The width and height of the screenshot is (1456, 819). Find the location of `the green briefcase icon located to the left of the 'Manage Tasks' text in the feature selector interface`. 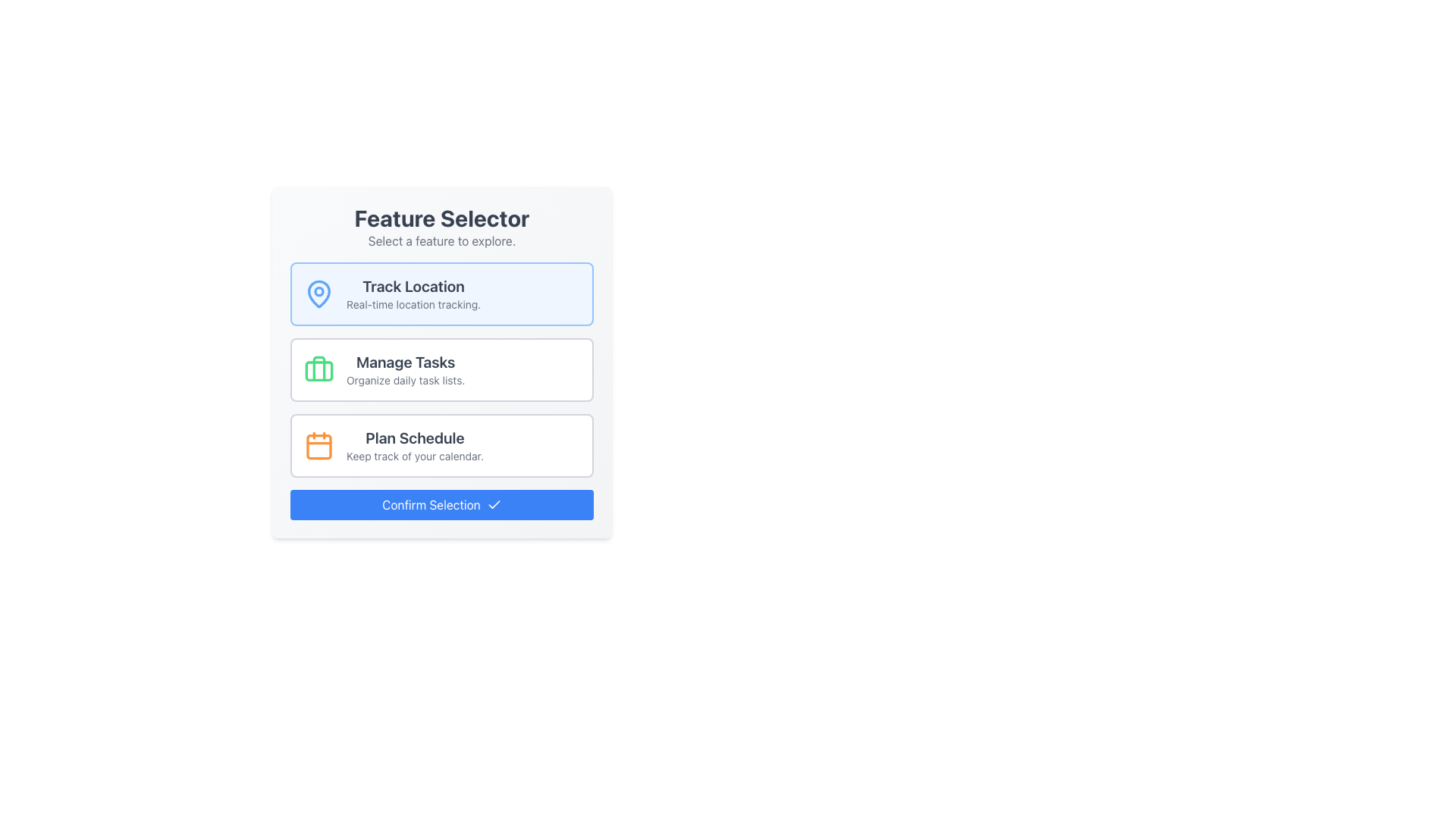

the green briefcase icon located to the left of the 'Manage Tasks' text in the feature selector interface is located at coordinates (318, 370).